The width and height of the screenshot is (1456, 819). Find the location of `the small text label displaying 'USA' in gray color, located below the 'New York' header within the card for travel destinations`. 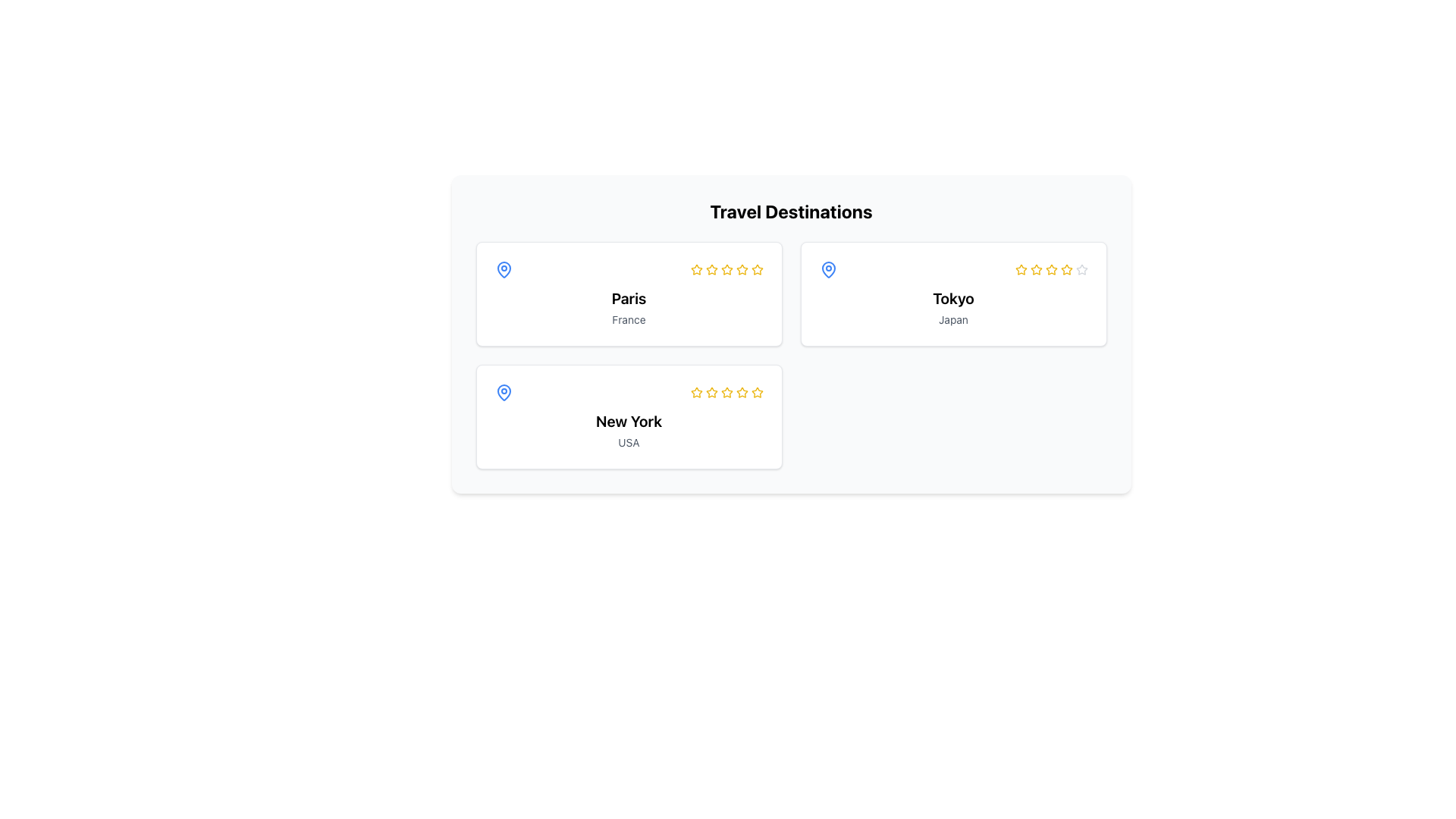

the small text label displaying 'USA' in gray color, located below the 'New York' header within the card for travel destinations is located at coordinates (629, 442).